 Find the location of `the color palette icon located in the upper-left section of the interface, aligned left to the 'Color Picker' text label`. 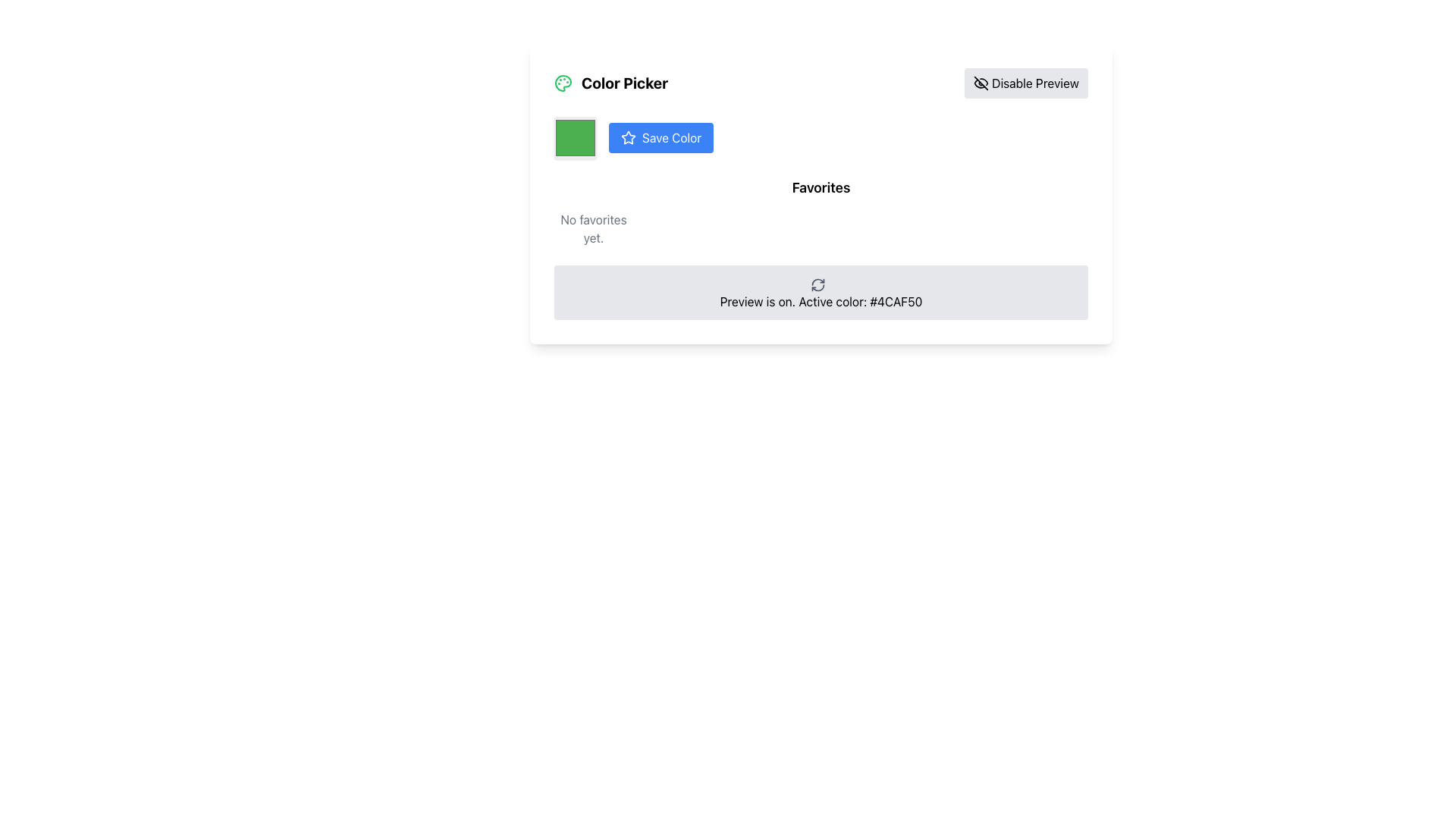

the color palette icon located in the upper-left section of the interface, aligned left to the 'Color Picker' text label is located at coordinates (563, 83).